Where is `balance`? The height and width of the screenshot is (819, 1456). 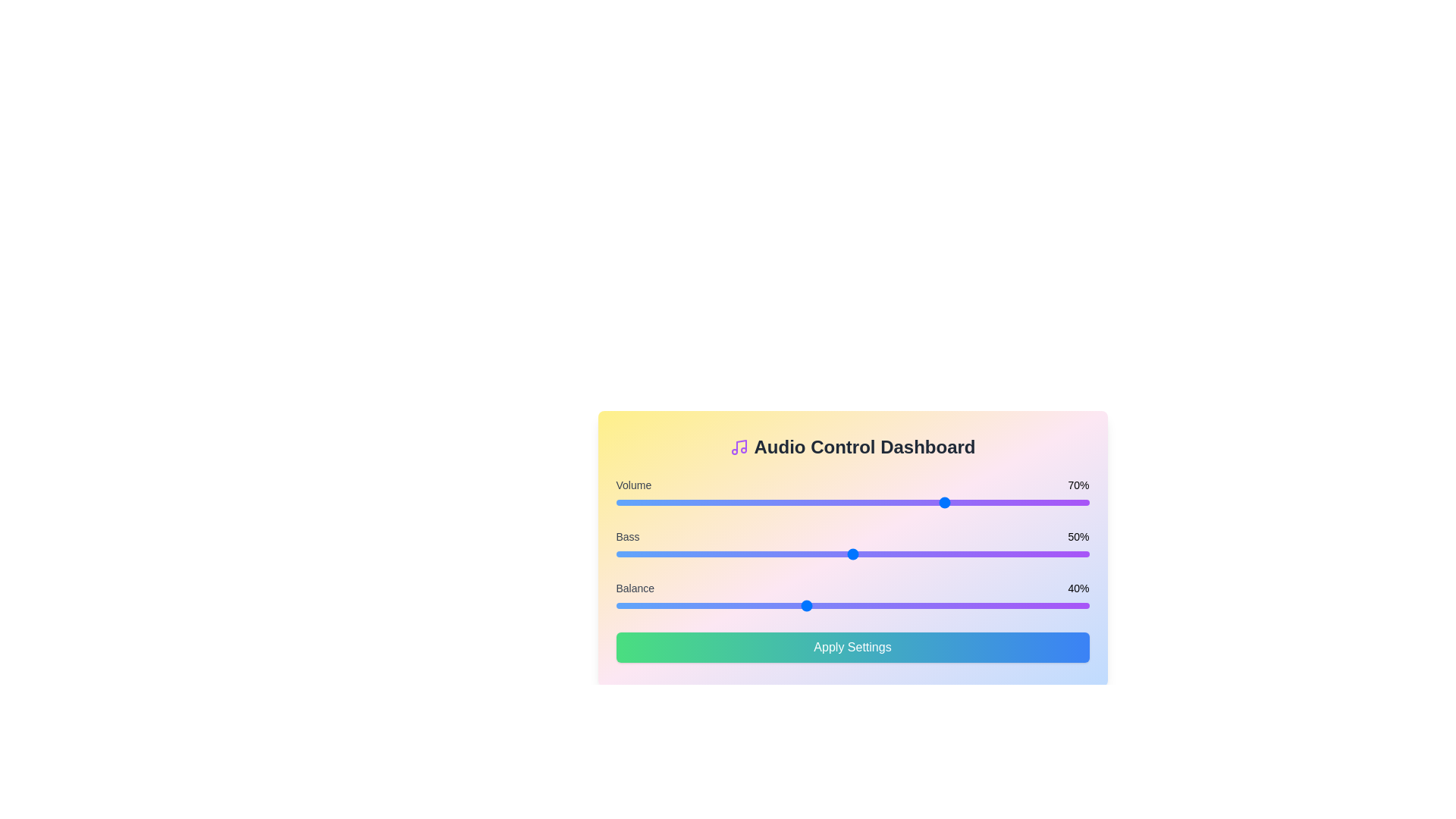 balance is located at coordinates (723, 604).